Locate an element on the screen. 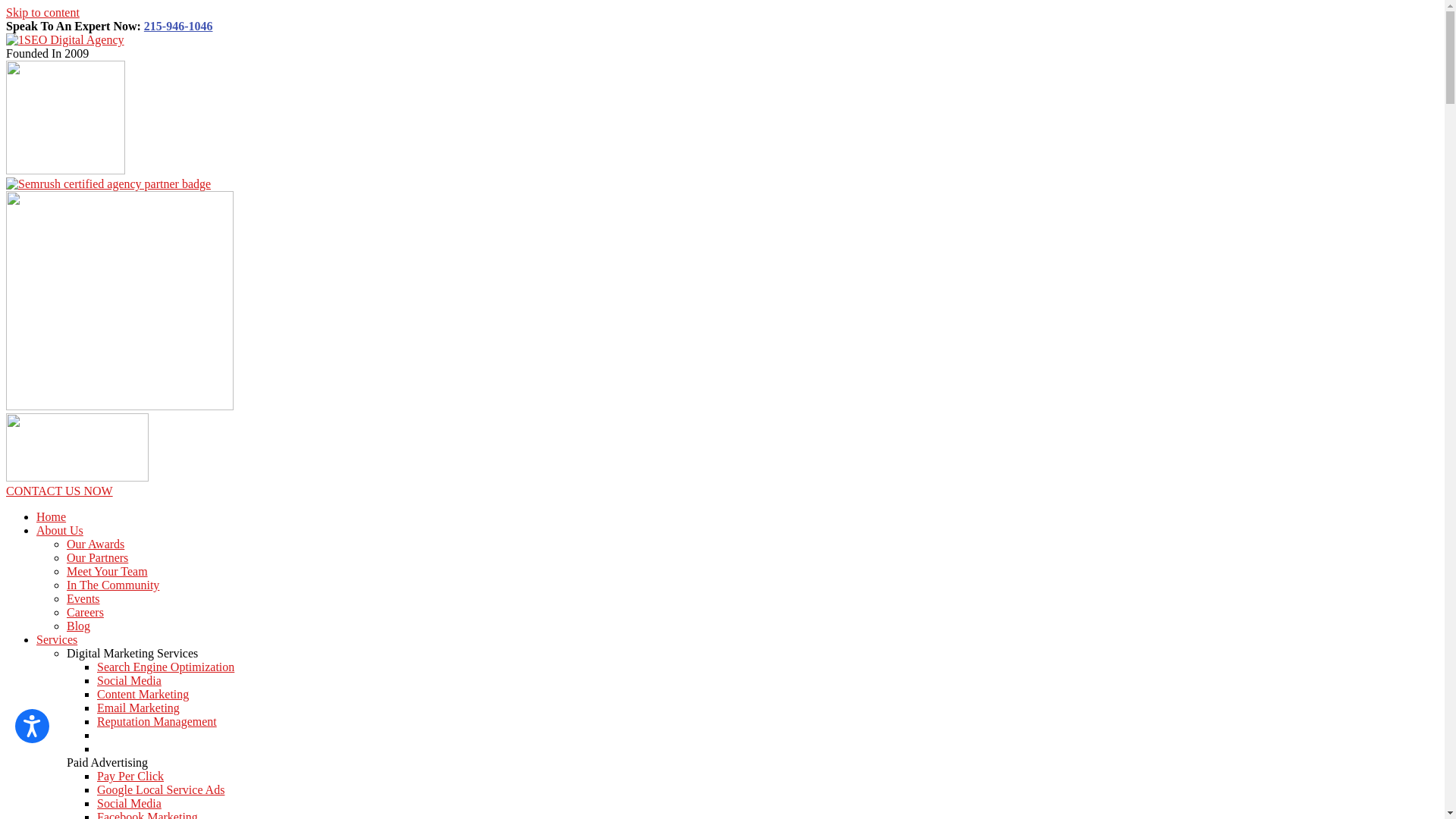  'About Us' is located at coordinates (59, 529).